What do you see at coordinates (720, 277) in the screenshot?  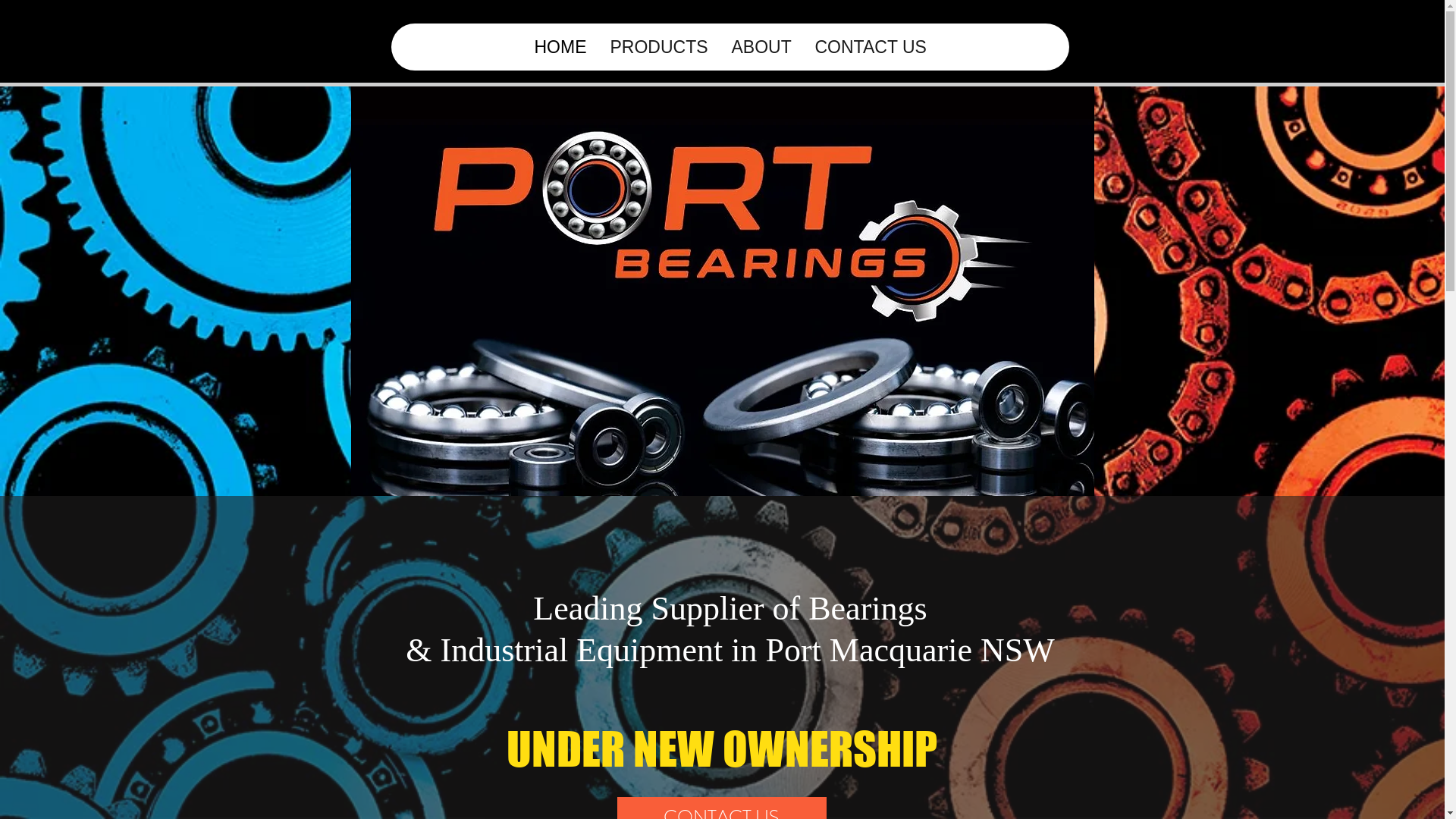 I see `'Professional business card.jpg'` at bounding box center [720, 277].